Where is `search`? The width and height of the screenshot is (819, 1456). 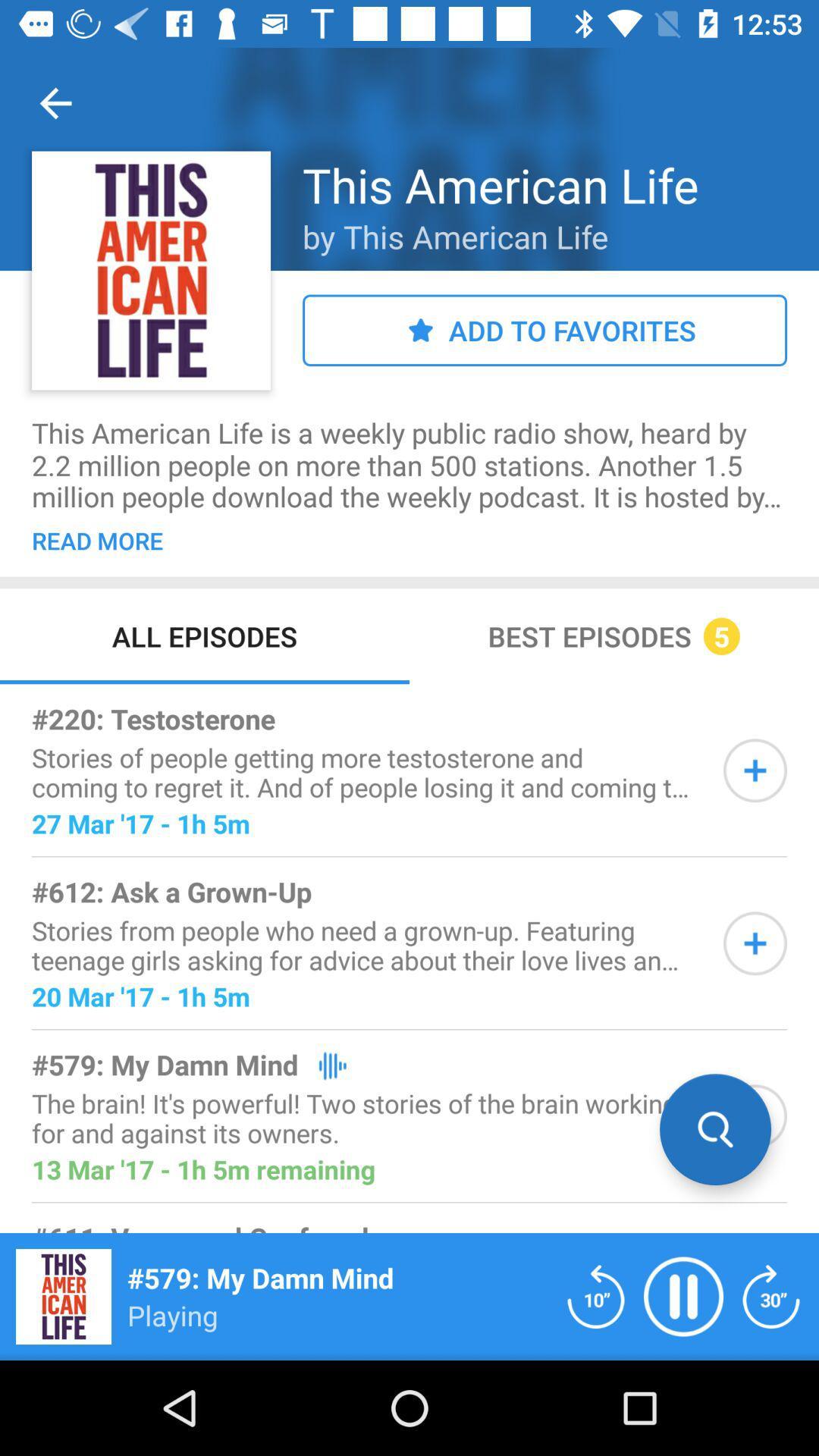 search is located at coordinates (715, 1129).